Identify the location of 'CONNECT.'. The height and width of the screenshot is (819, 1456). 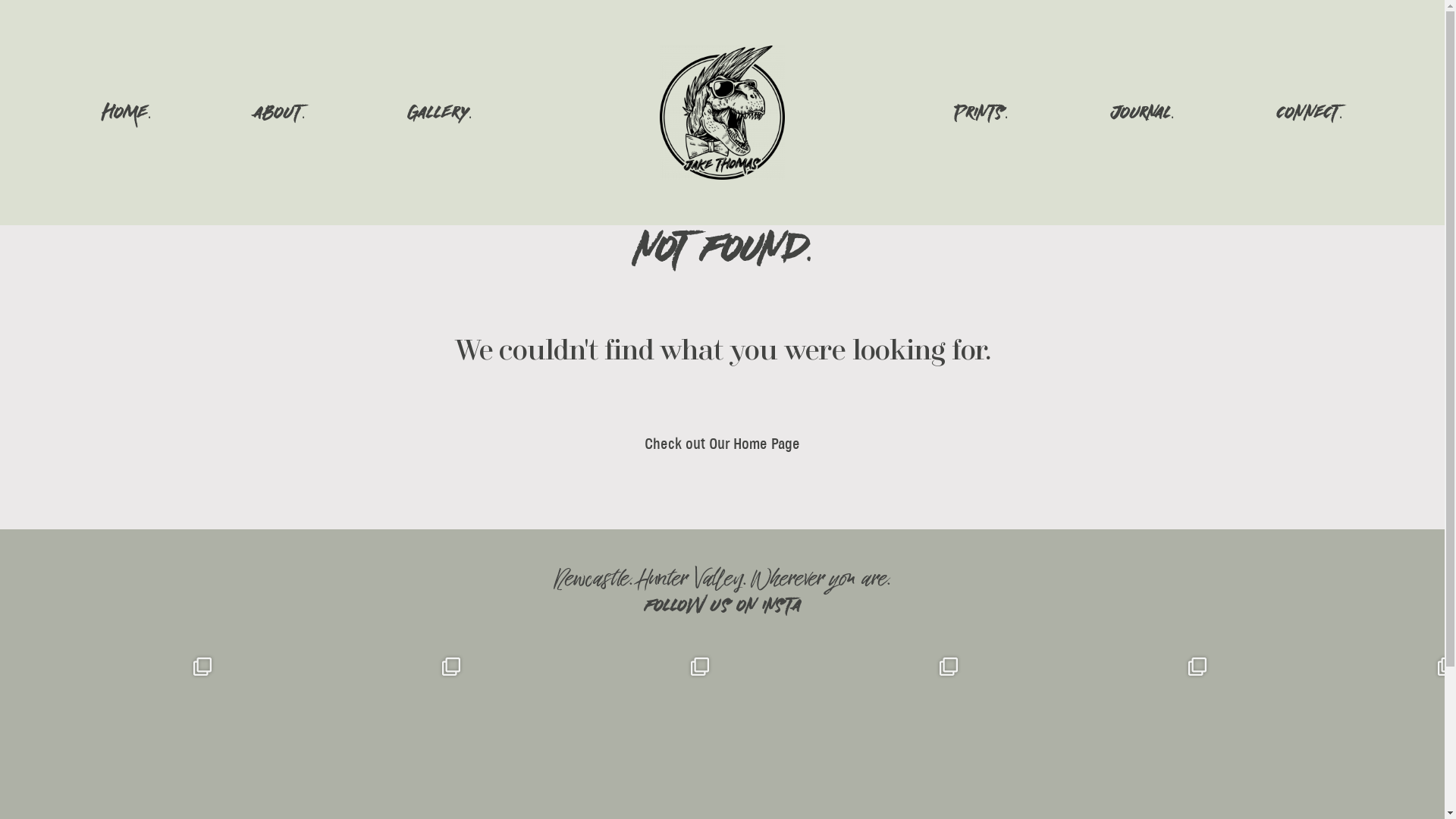
(1308, 111).